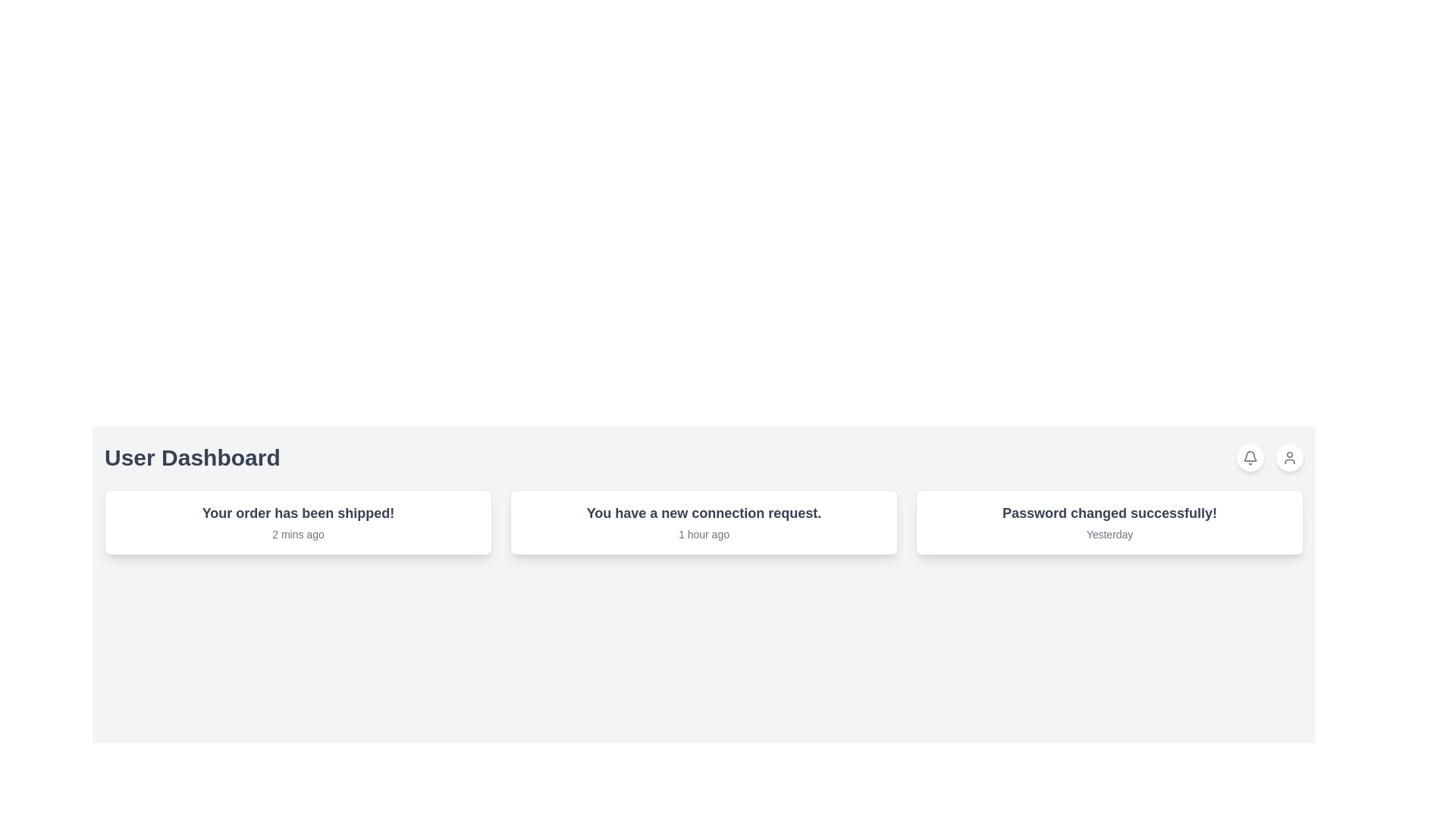  Describe the element at coordinates (1109, 513) in the screenshot. I see `the text label that displays 'Password changed successfully!' within the card on the dashboard interface` at that location.